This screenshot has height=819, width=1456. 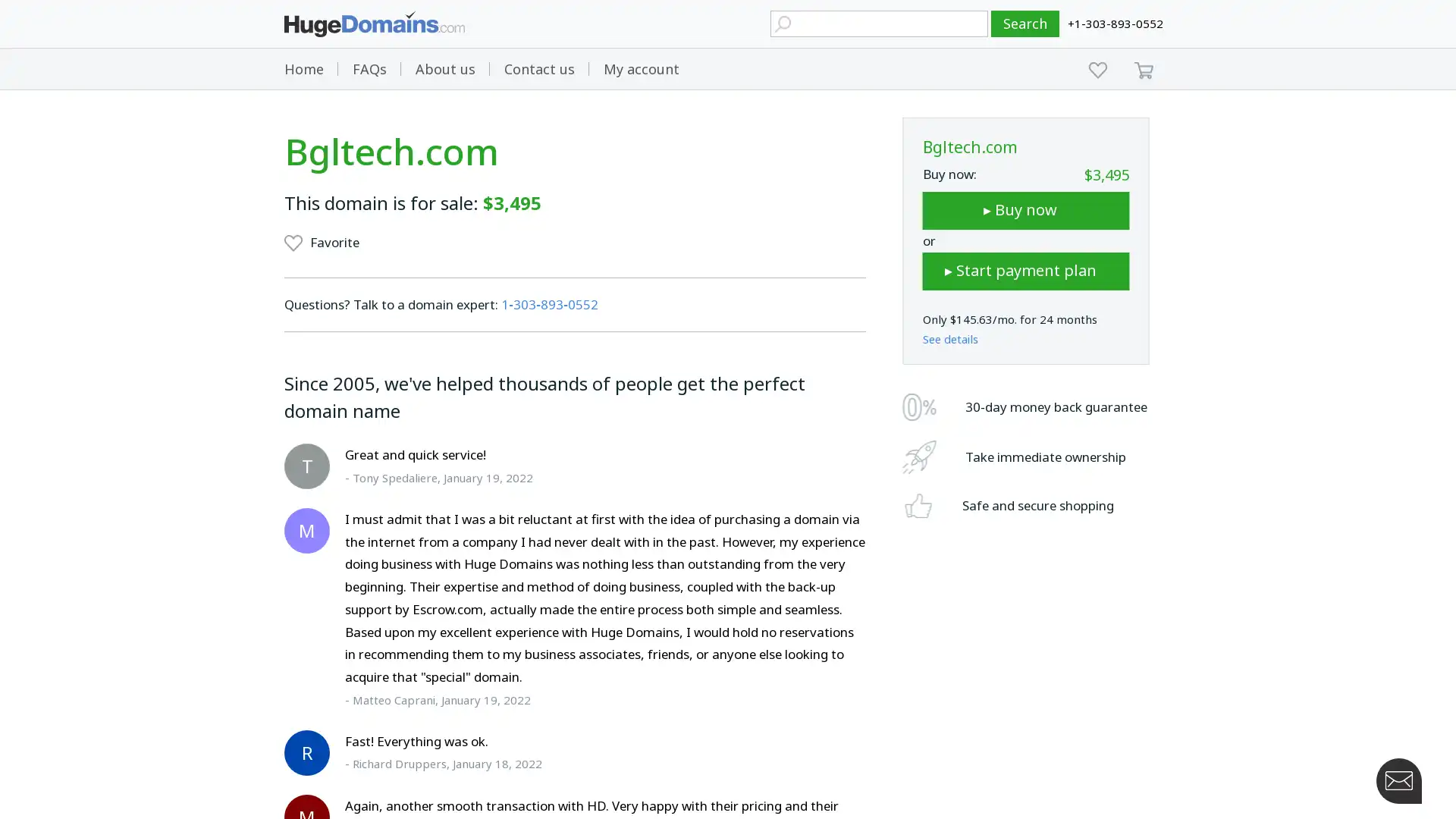 What do you see at coordinates (1025, 24) in the screenshot?
I see `Search` at bounding box center [1025, 24].